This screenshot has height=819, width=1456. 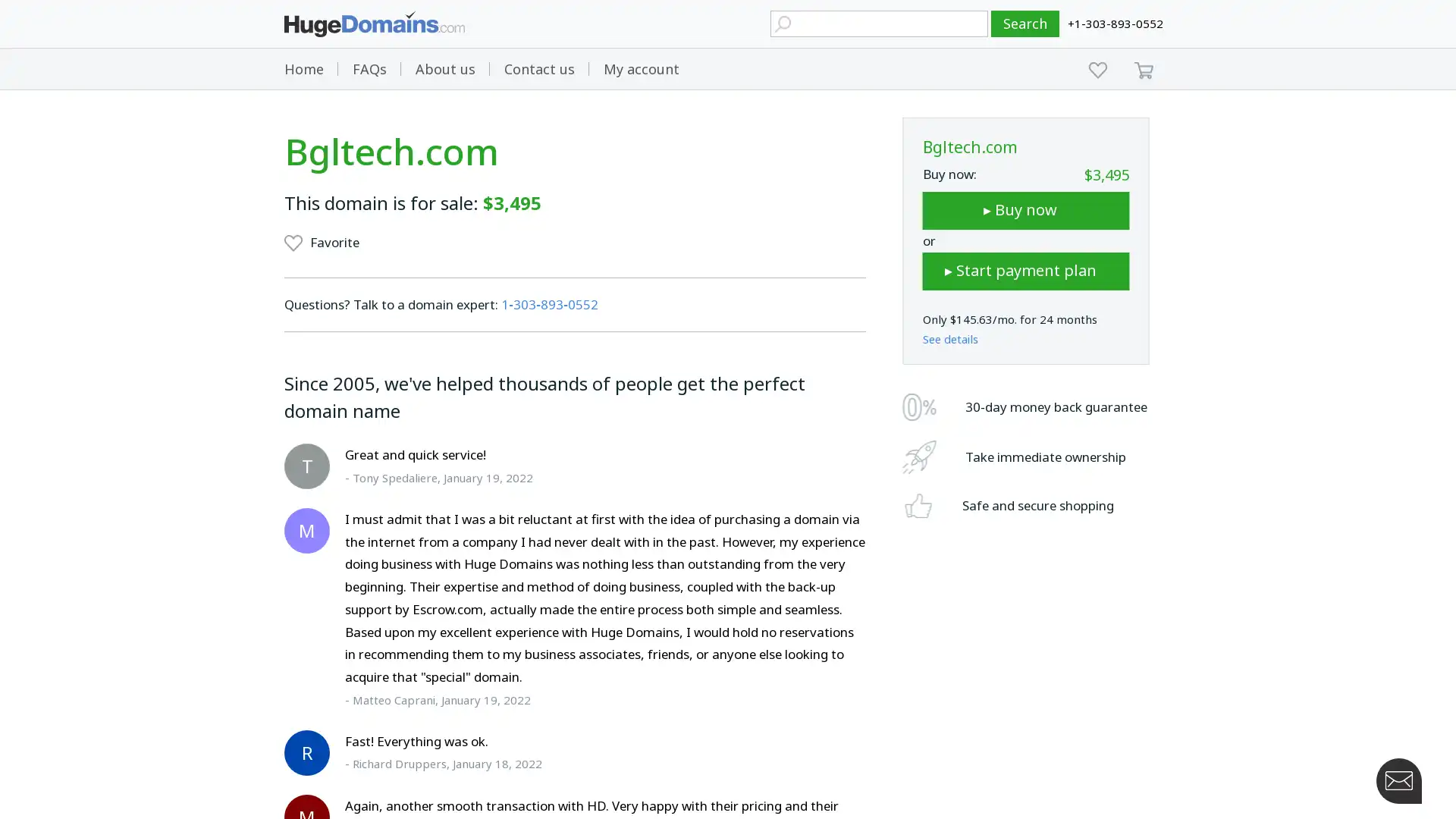 What do you see at coordinates (1025, 24) in the screenshot?
I see `Search` at bounding box center [1025, 24].